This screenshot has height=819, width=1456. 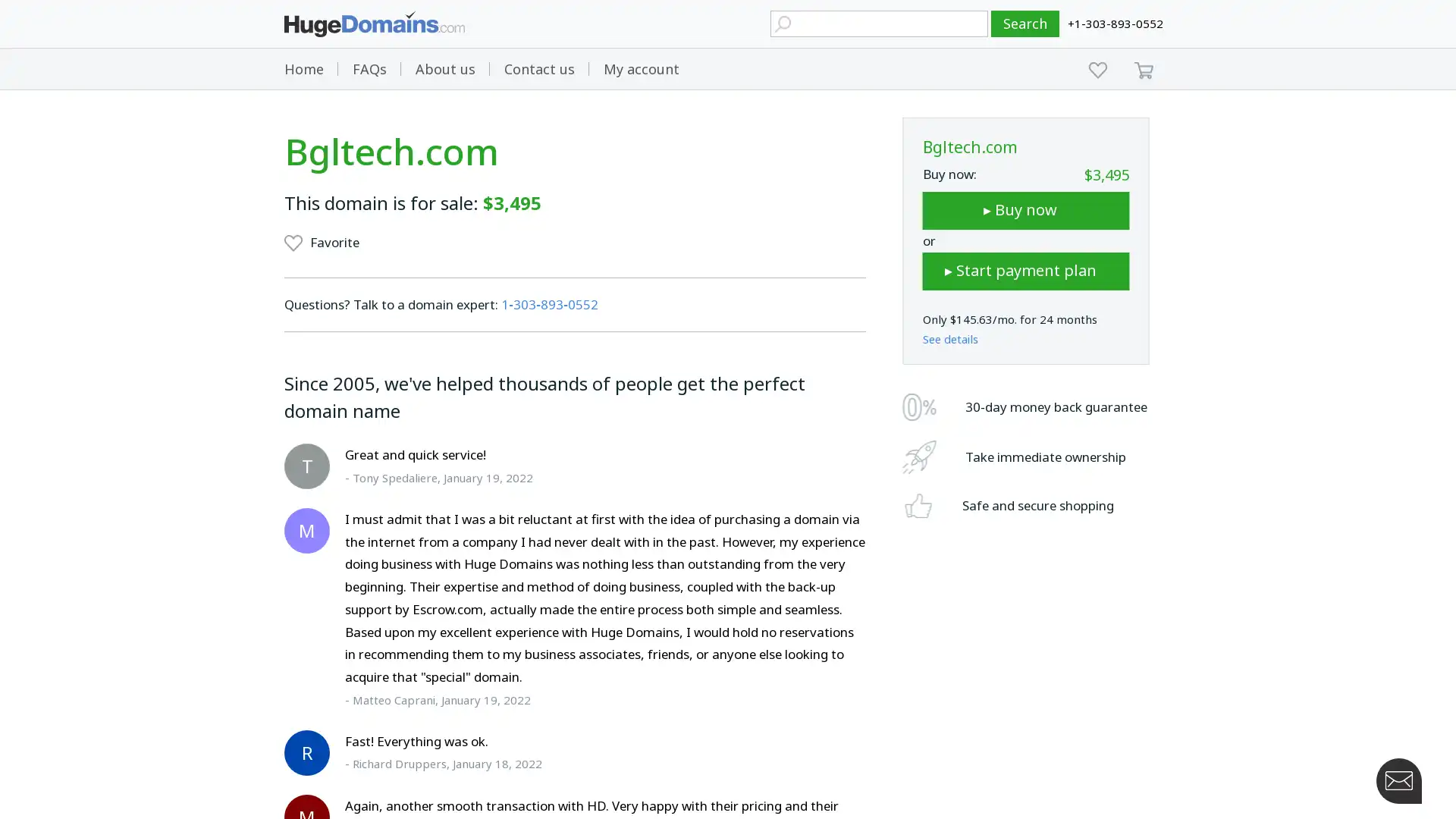 What do you see at coordinates (1025, 24) in the screenshot?
I see `Search` at bounding box center [1025, 24].